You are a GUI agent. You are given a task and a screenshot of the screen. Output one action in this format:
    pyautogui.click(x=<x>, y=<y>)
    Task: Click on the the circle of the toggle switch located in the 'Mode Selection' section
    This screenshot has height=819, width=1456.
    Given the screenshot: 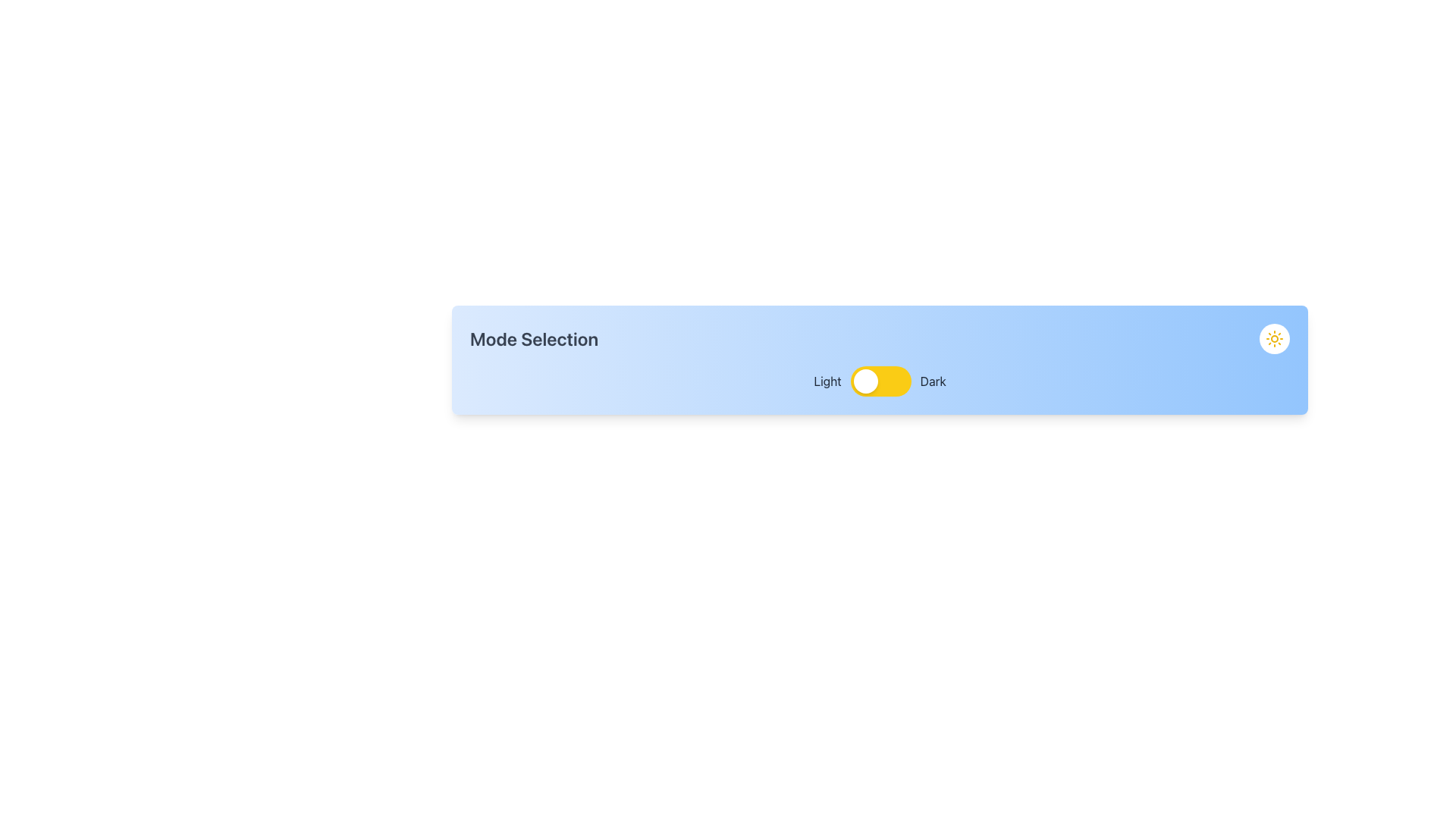 What is the action you would take?
    pyautogui.click(x=880, y=380)
    